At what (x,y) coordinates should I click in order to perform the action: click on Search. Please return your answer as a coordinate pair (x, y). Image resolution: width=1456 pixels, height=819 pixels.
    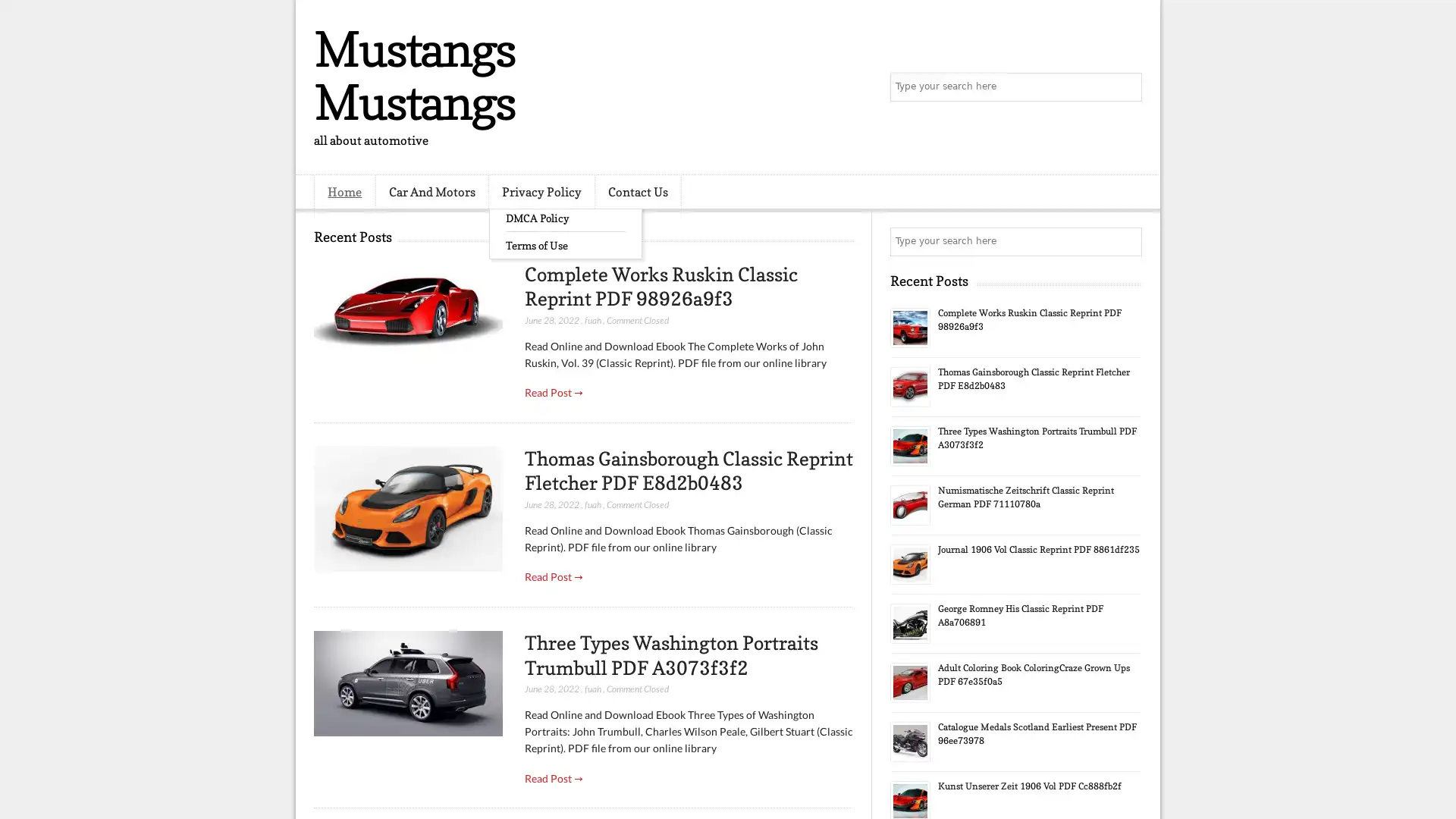
    Looking at the image, I should click on (1126, 87).